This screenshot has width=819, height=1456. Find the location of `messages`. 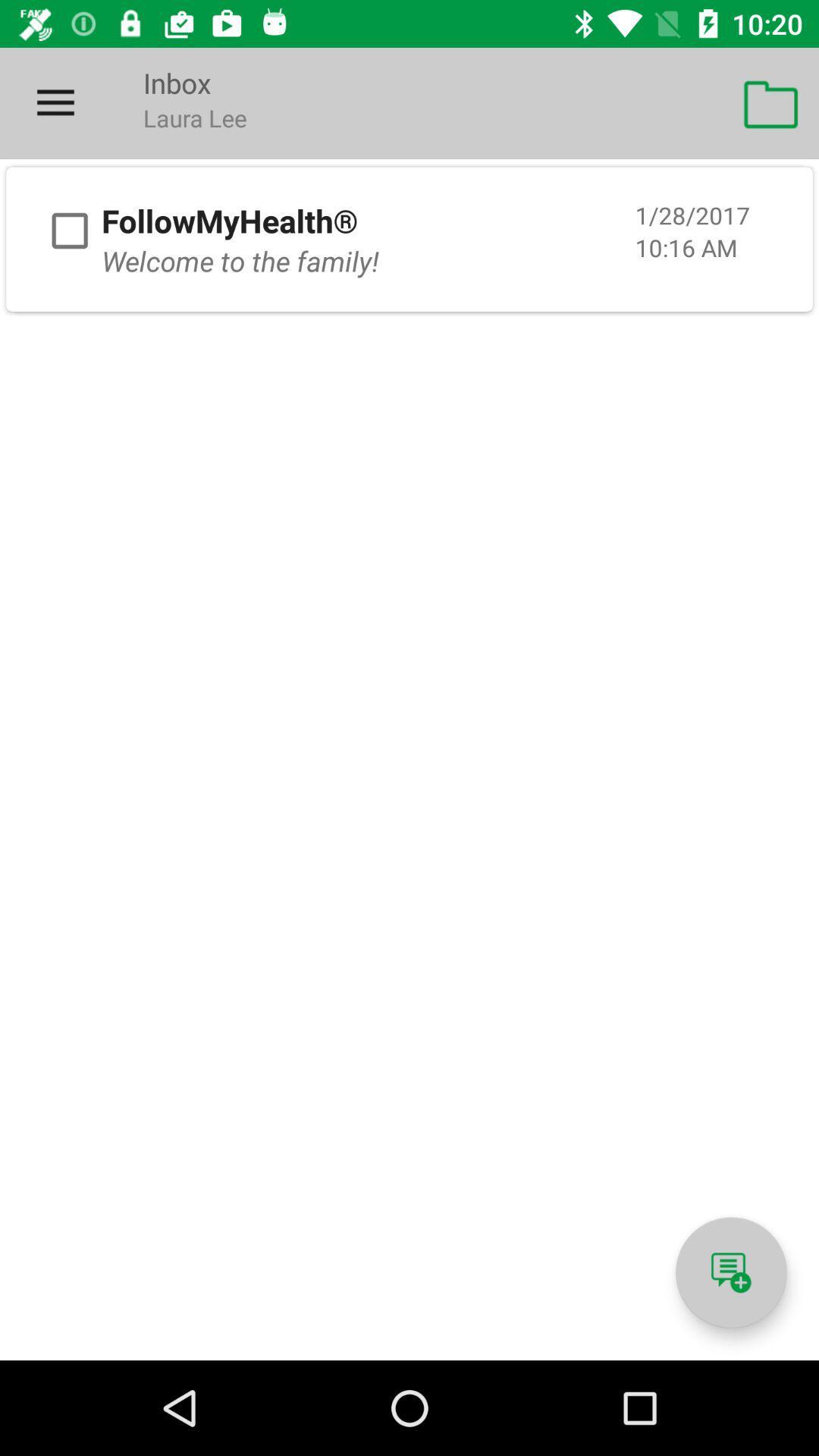

messages is located at coordinates (730, 1272).